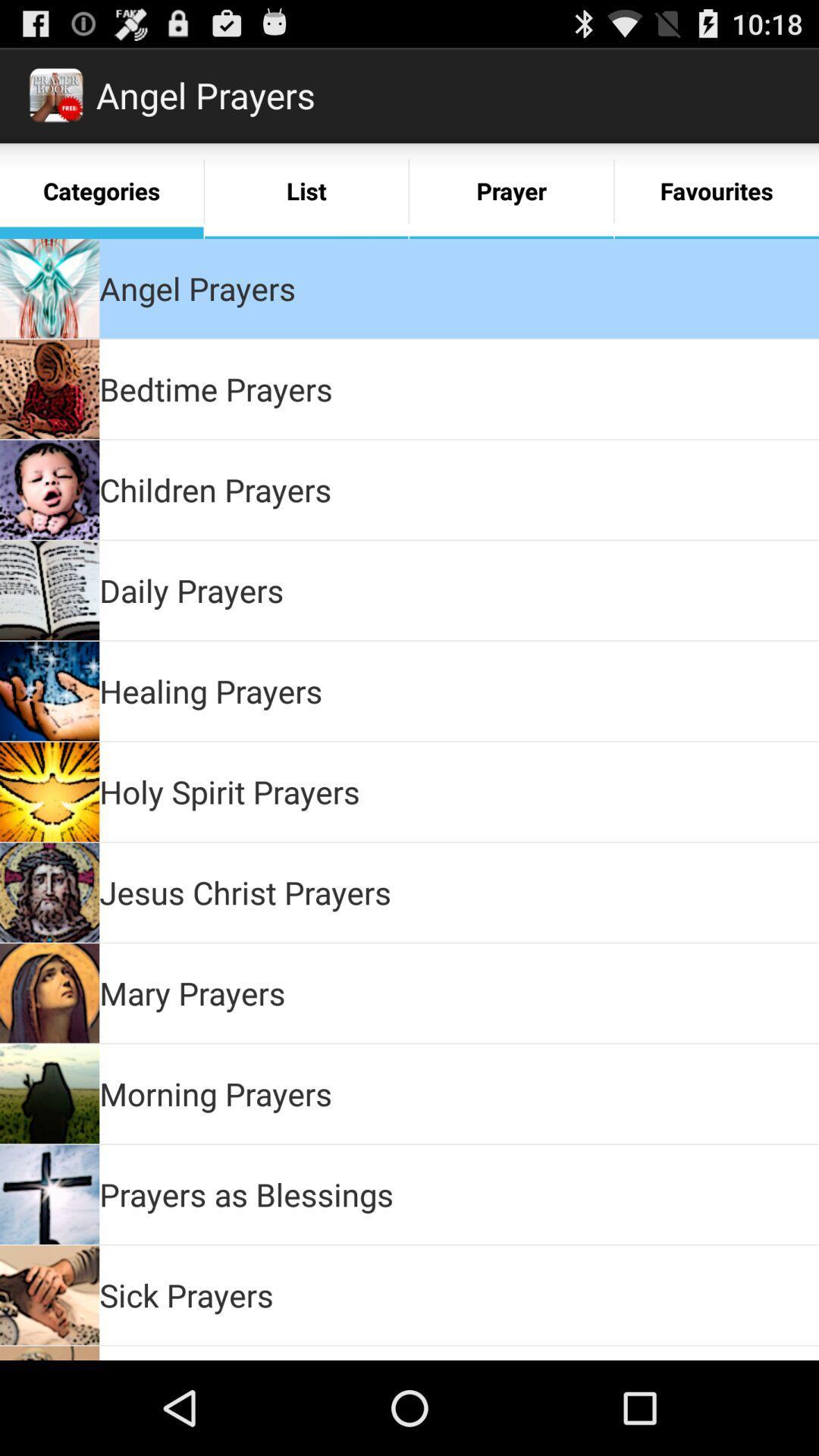 This screenshot has width=819, height=1456. I want to click on children prayers, so click(215, 489).